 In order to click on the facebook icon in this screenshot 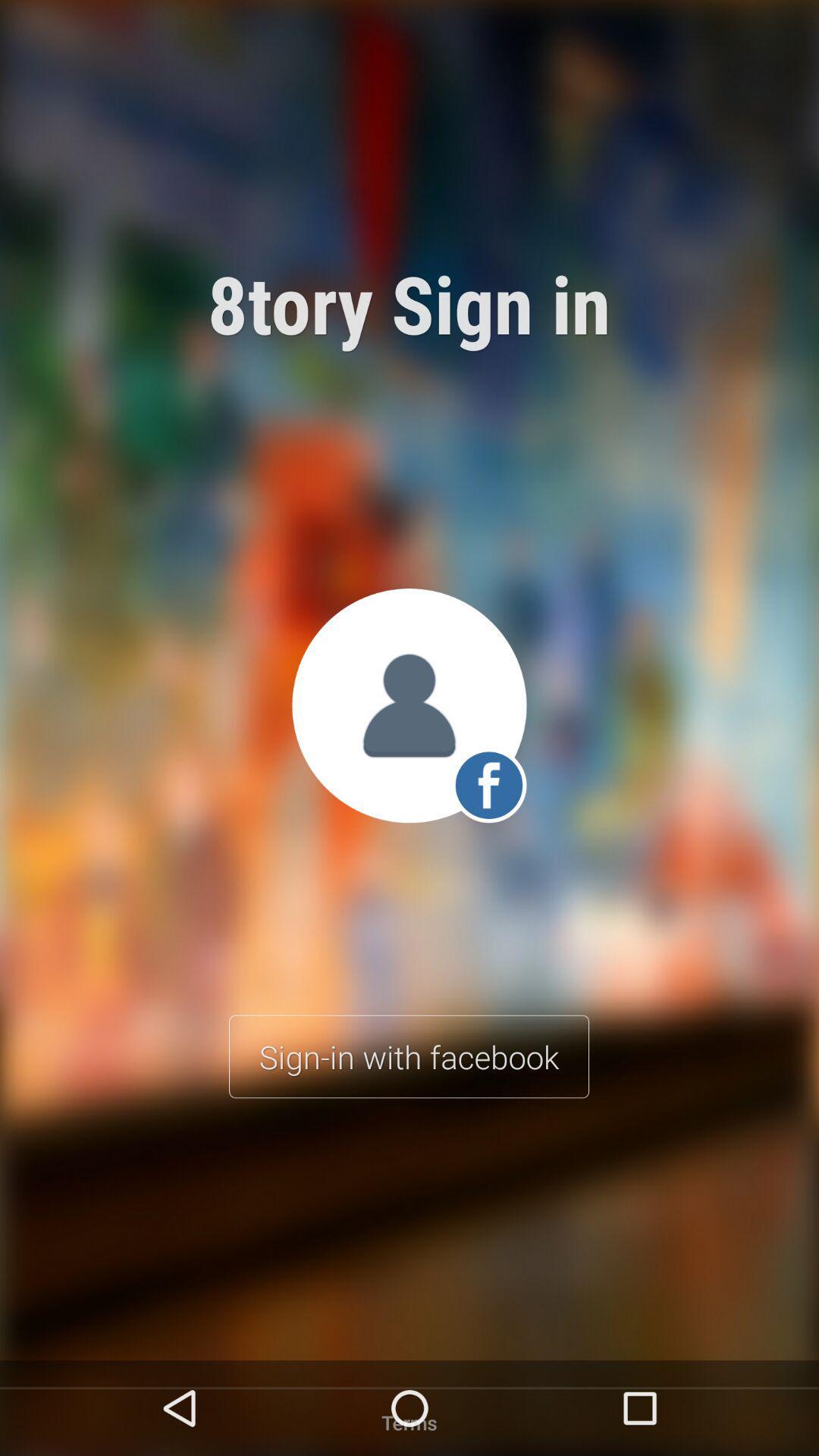, I will do `click(488, 786)`.